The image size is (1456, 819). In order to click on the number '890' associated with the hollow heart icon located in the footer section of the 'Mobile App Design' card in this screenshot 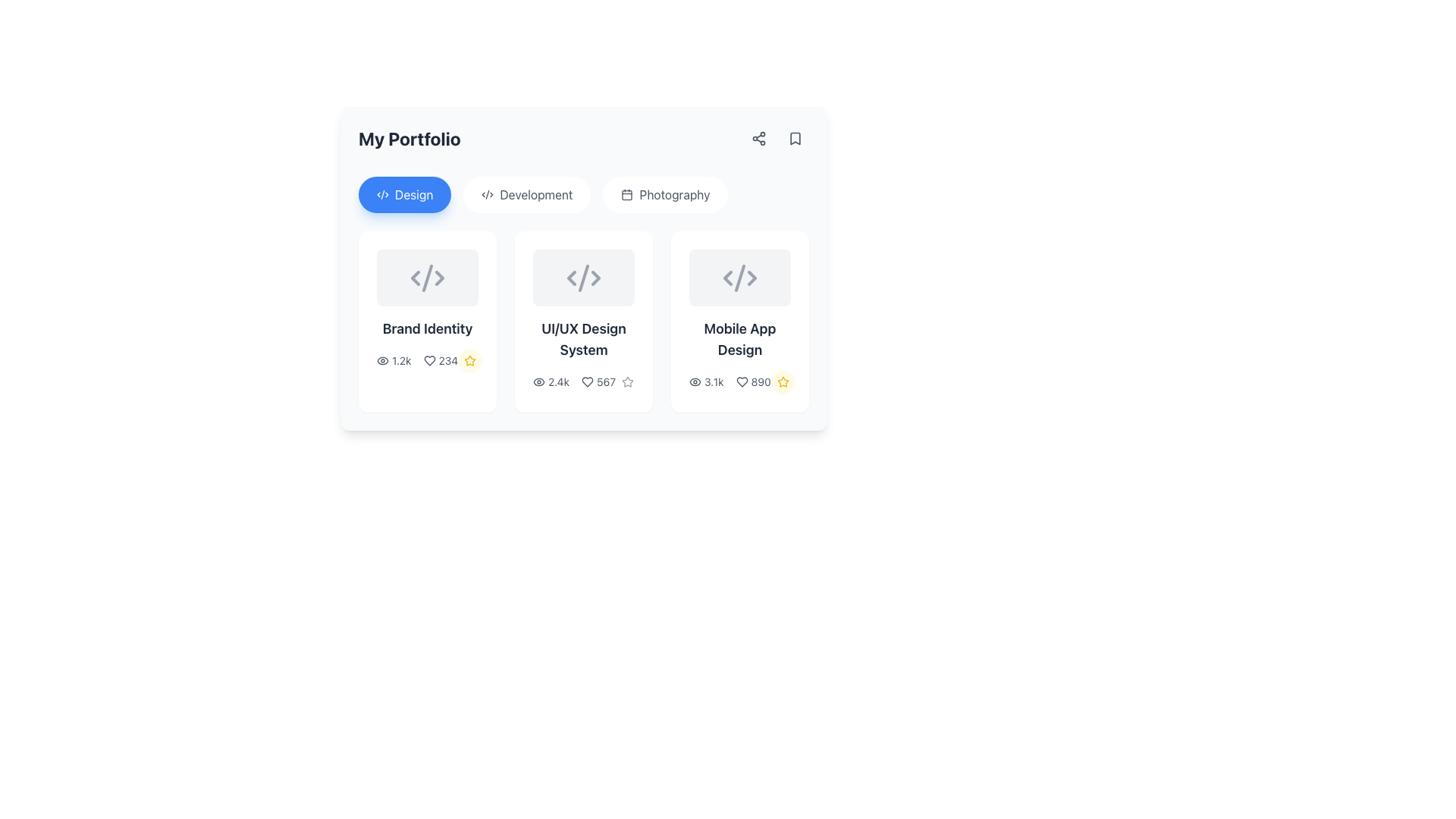, I will do `click(742, 381)`.